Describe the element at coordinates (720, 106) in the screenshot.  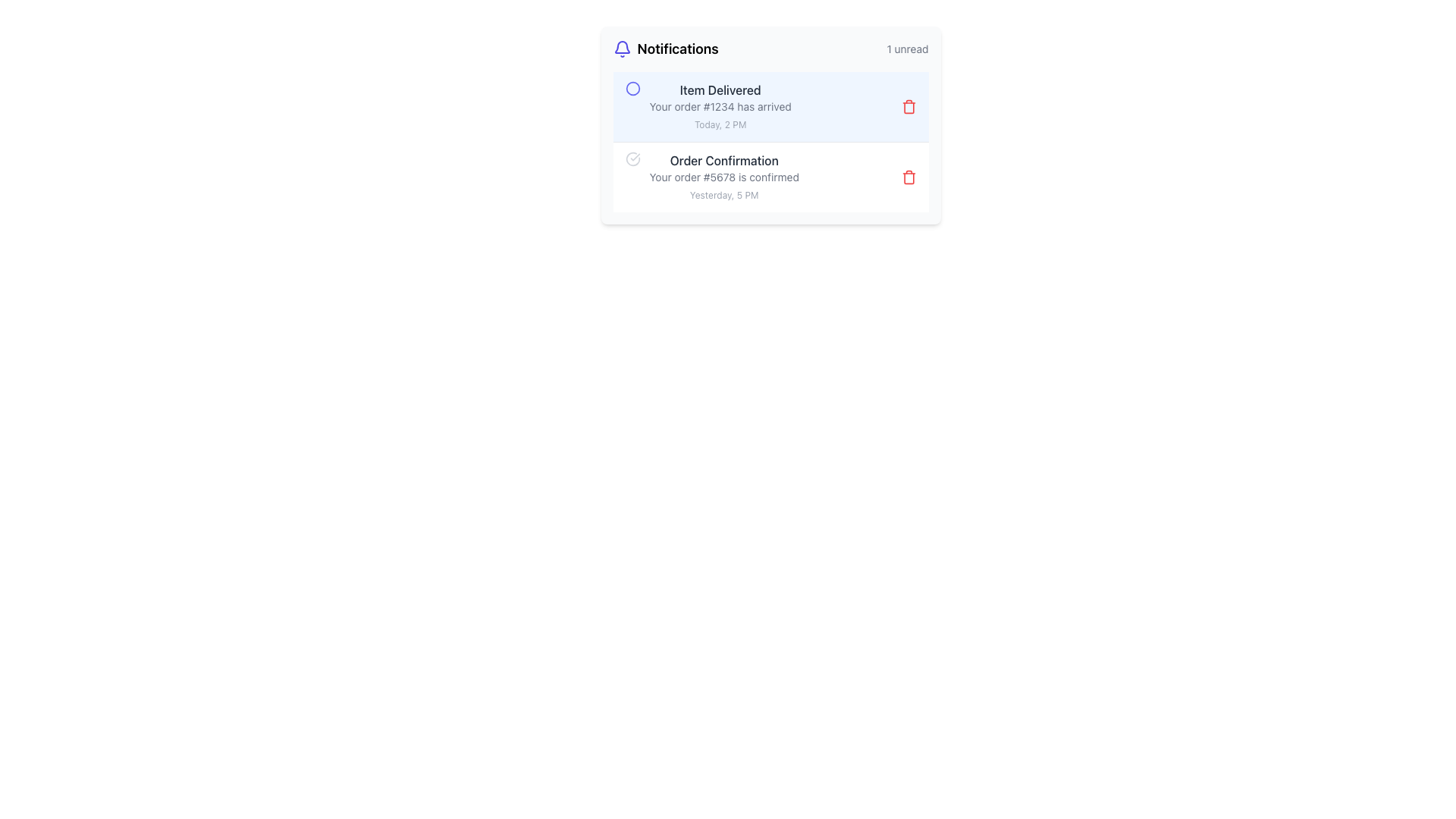
I see `the Notification card that indicates 'Item Delivered'` at that location.